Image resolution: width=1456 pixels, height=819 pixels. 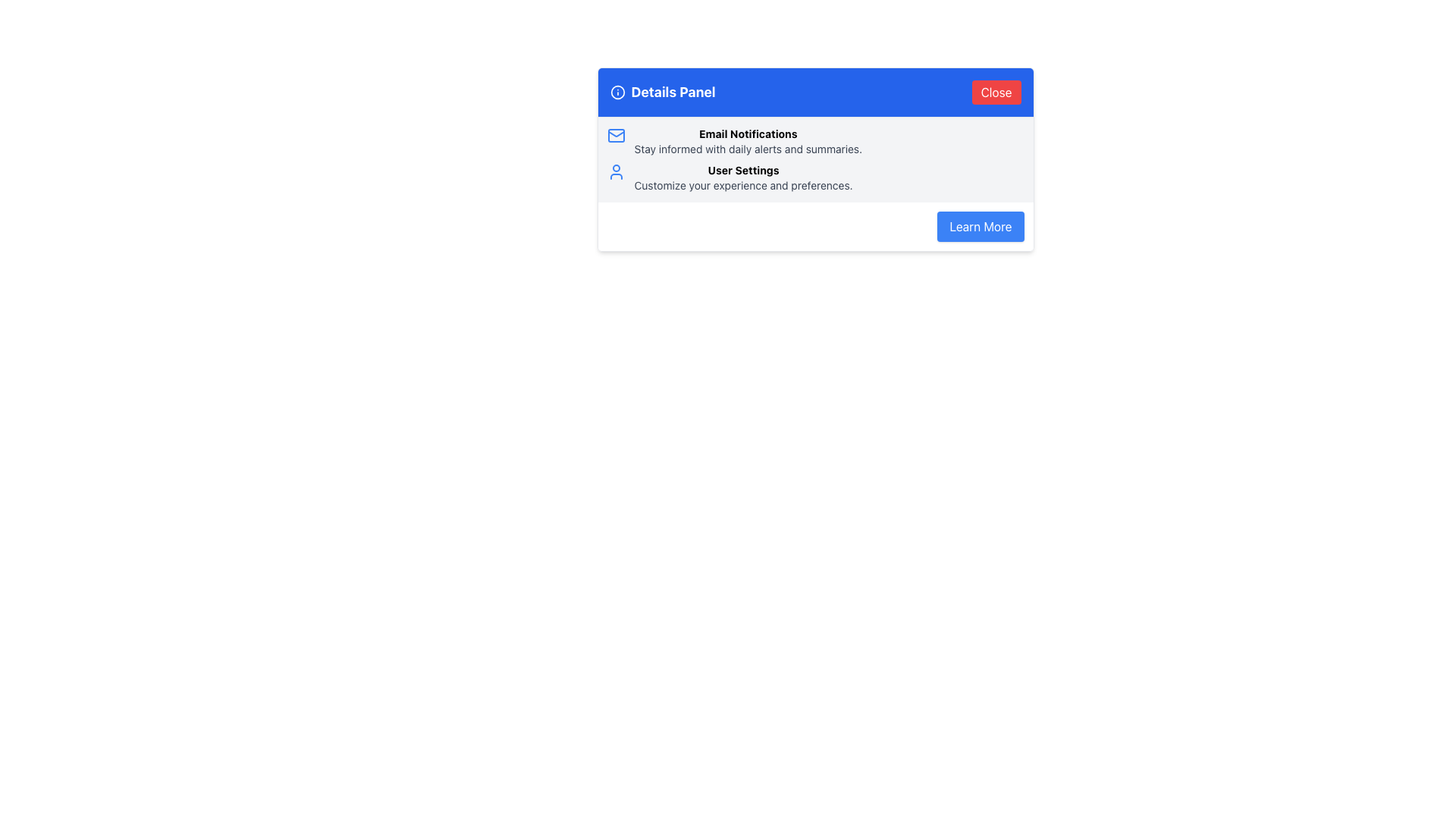 What do you see at coordinates (814, 141) in the screenshot?
I see `the icon at the top of the 'Details Panel' section, which serves as a section header for email notifications` at bounding box center [814, 141].